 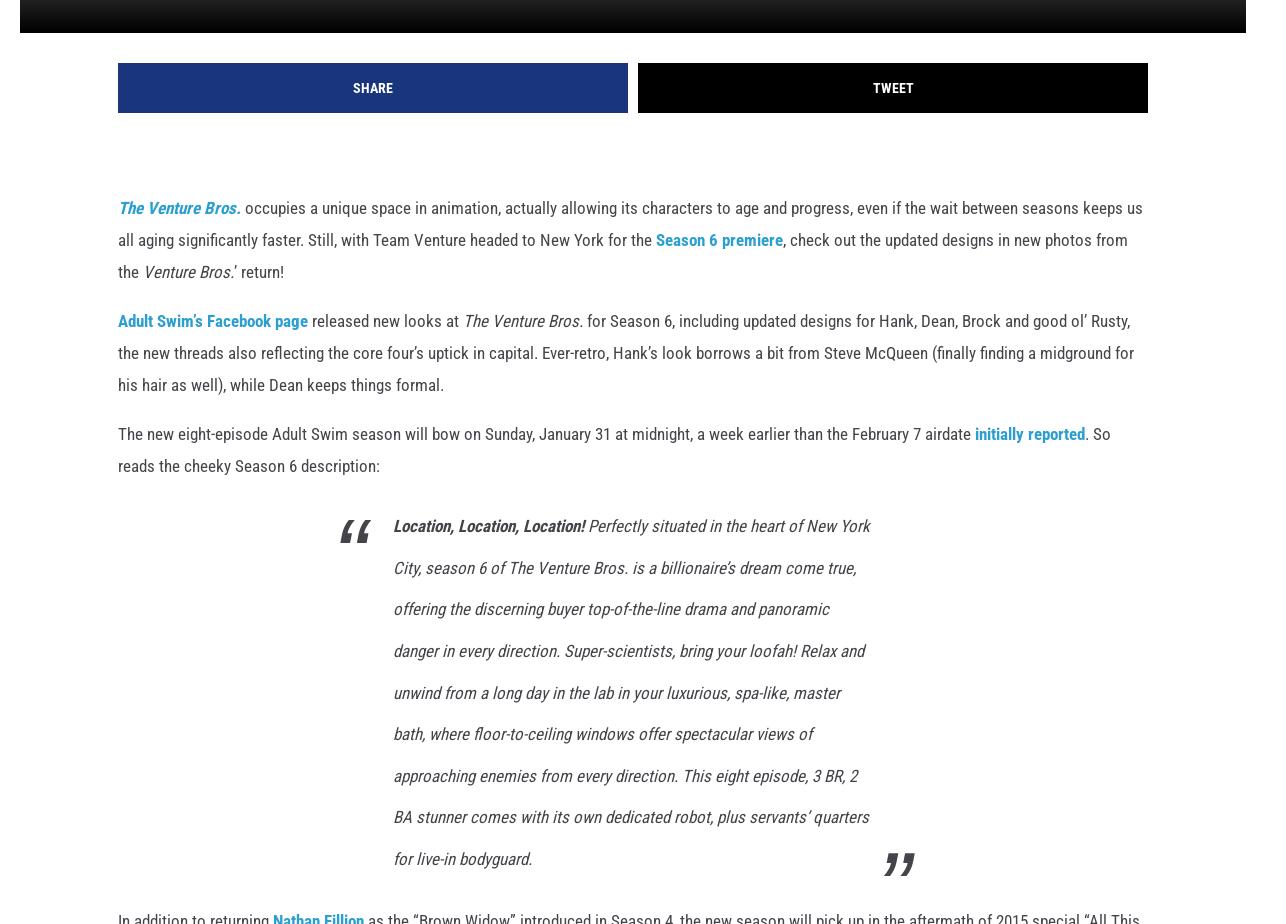 What do you see at coordinates (212, 352) in the screenshot?
I see `'Adult Swim’s Facebook page'` at bounding box center [212, 352].